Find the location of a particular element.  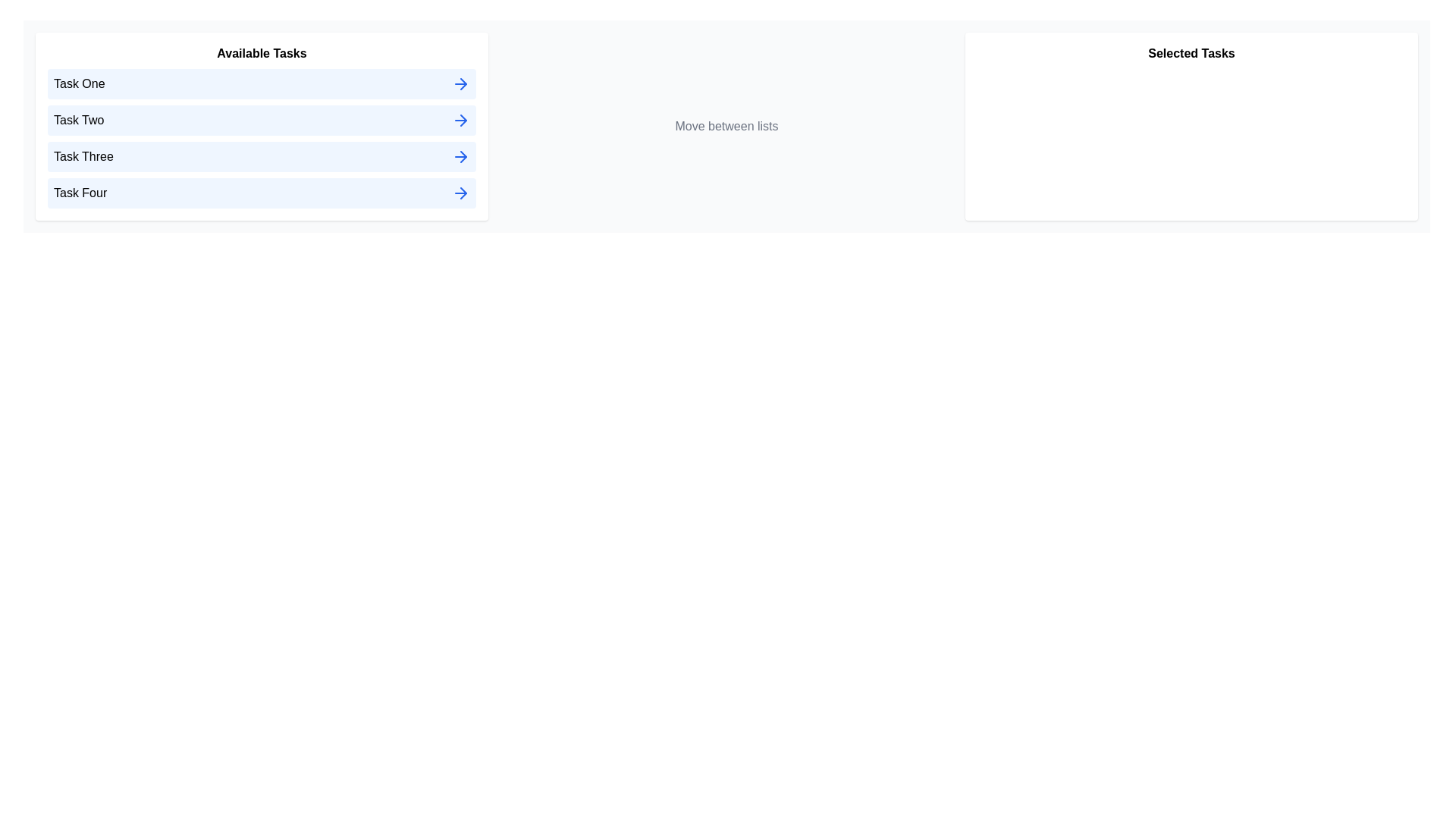

the center panel to read the instructions is located at coordinates (726, 125).